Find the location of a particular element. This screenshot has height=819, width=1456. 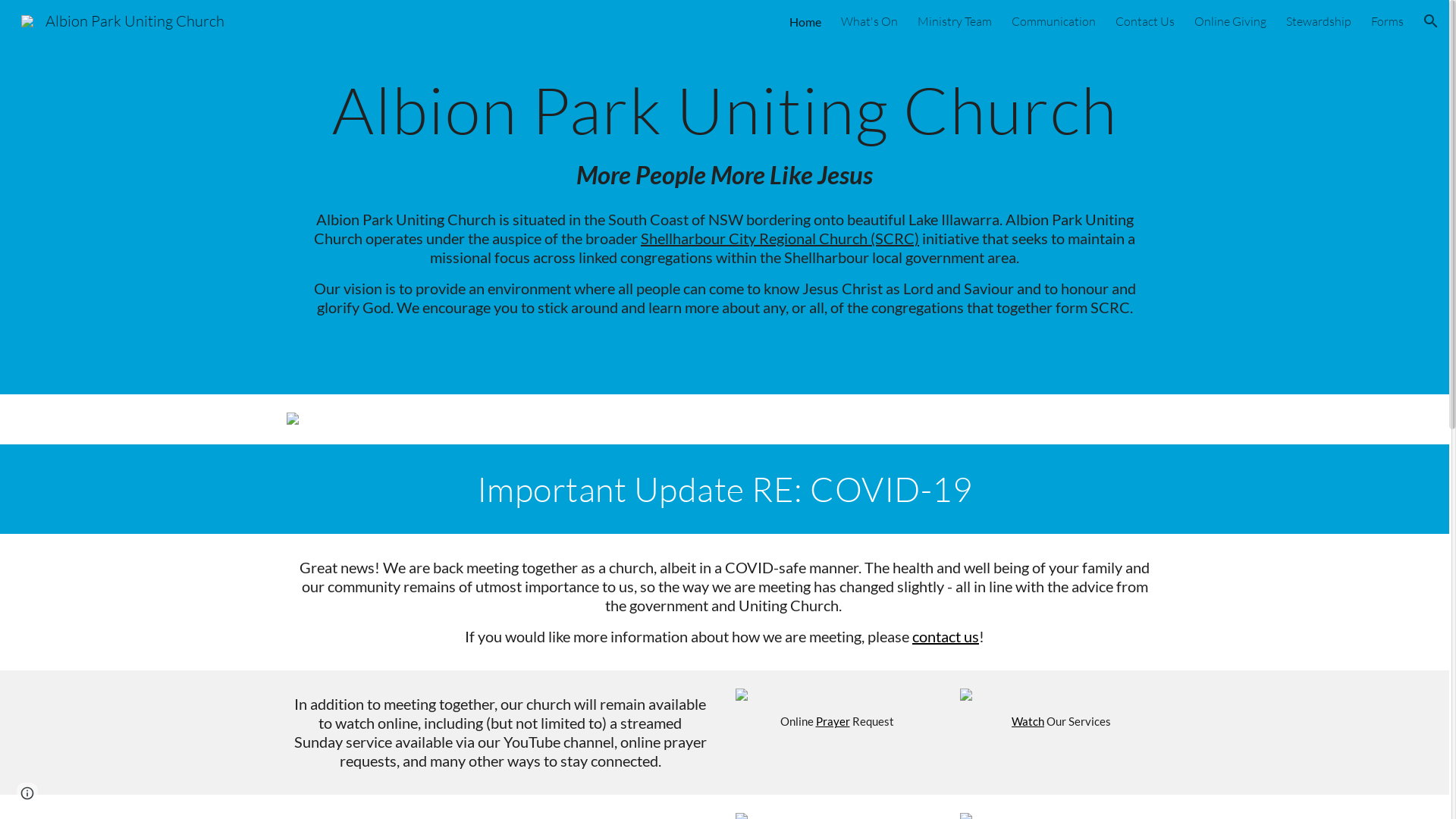

'What's On' is located at coordinates (869, 20).